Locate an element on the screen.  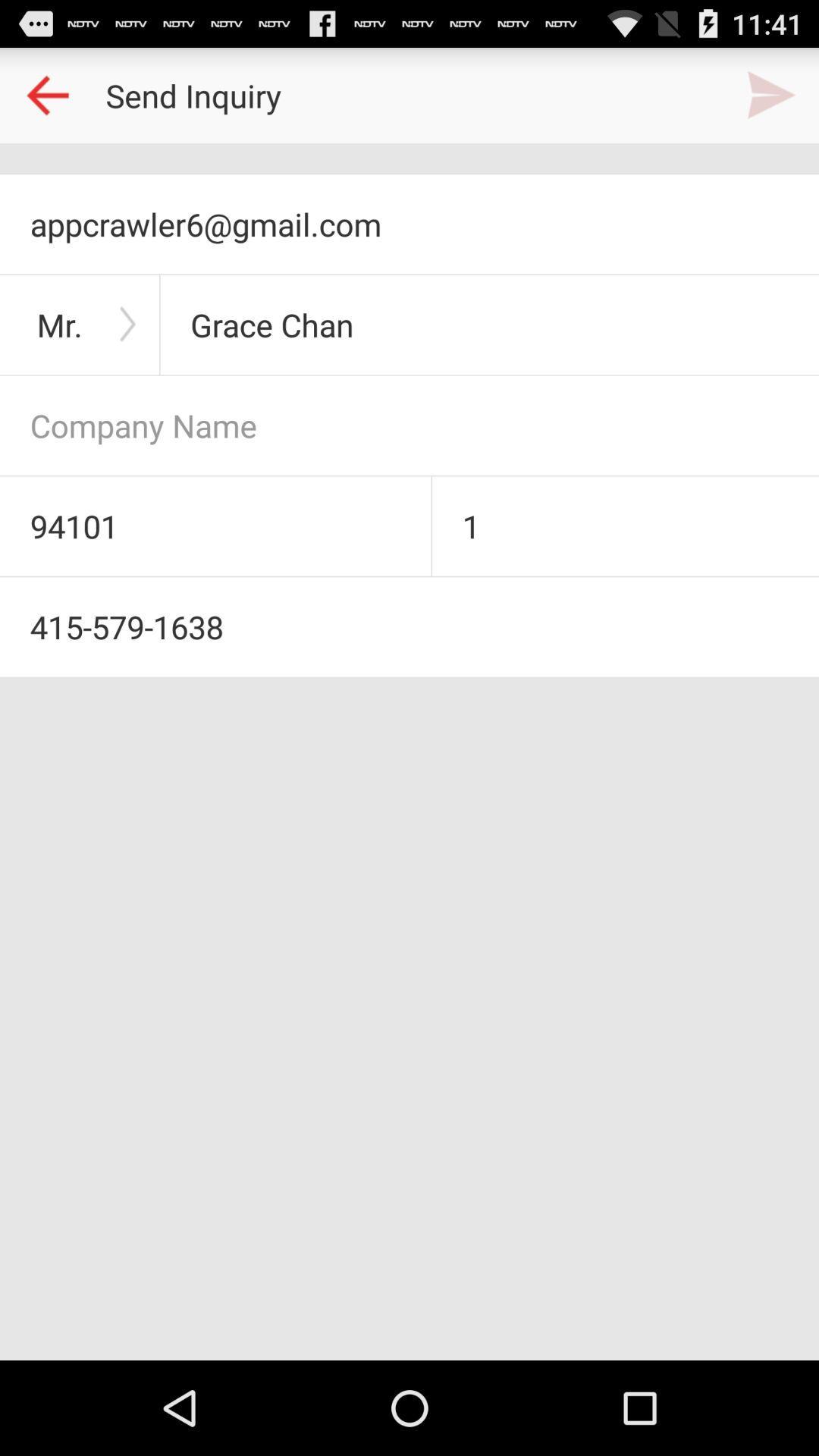
go back is located at coordinates (46, 94).